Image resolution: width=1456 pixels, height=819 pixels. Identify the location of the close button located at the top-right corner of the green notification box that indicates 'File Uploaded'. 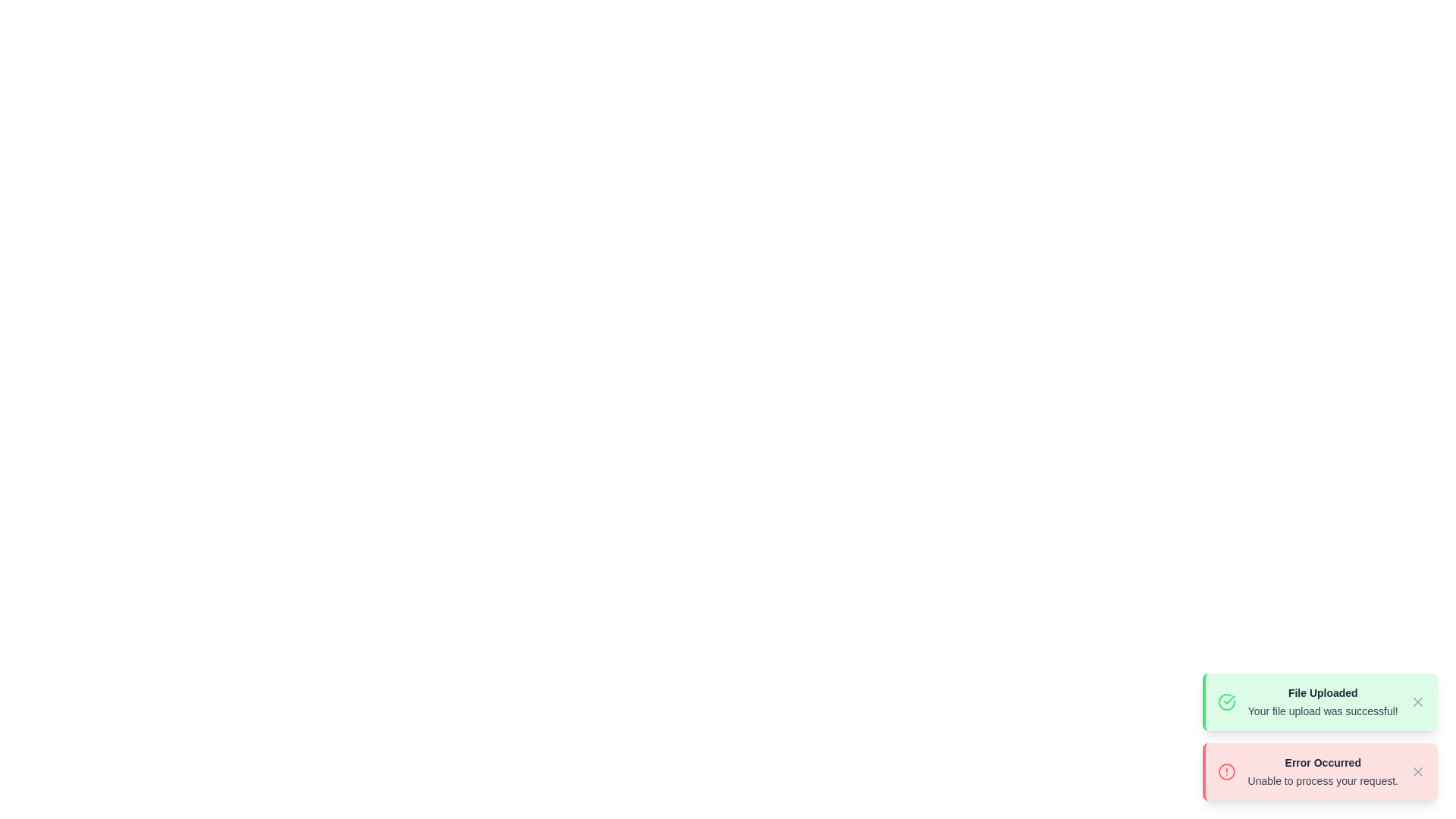
(1417, 701).